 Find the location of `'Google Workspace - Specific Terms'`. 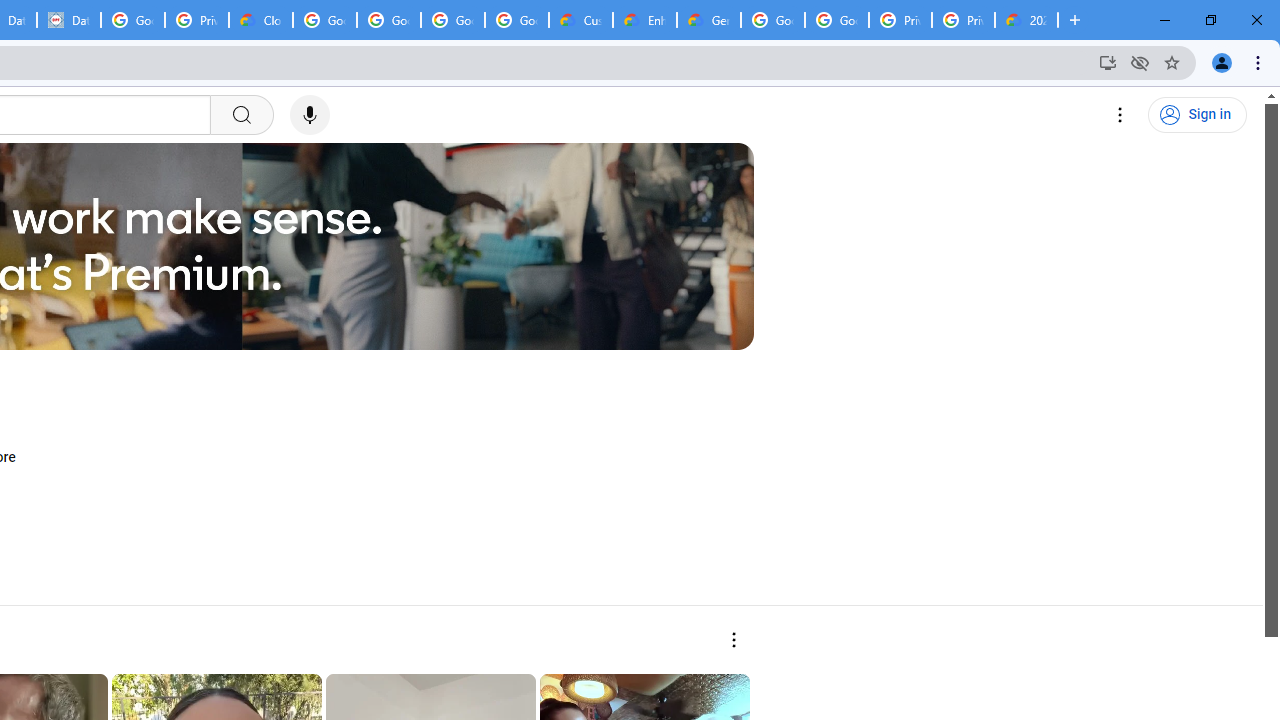

'Google Workspace - Specific Terms' is located at coordinates (517, 20).